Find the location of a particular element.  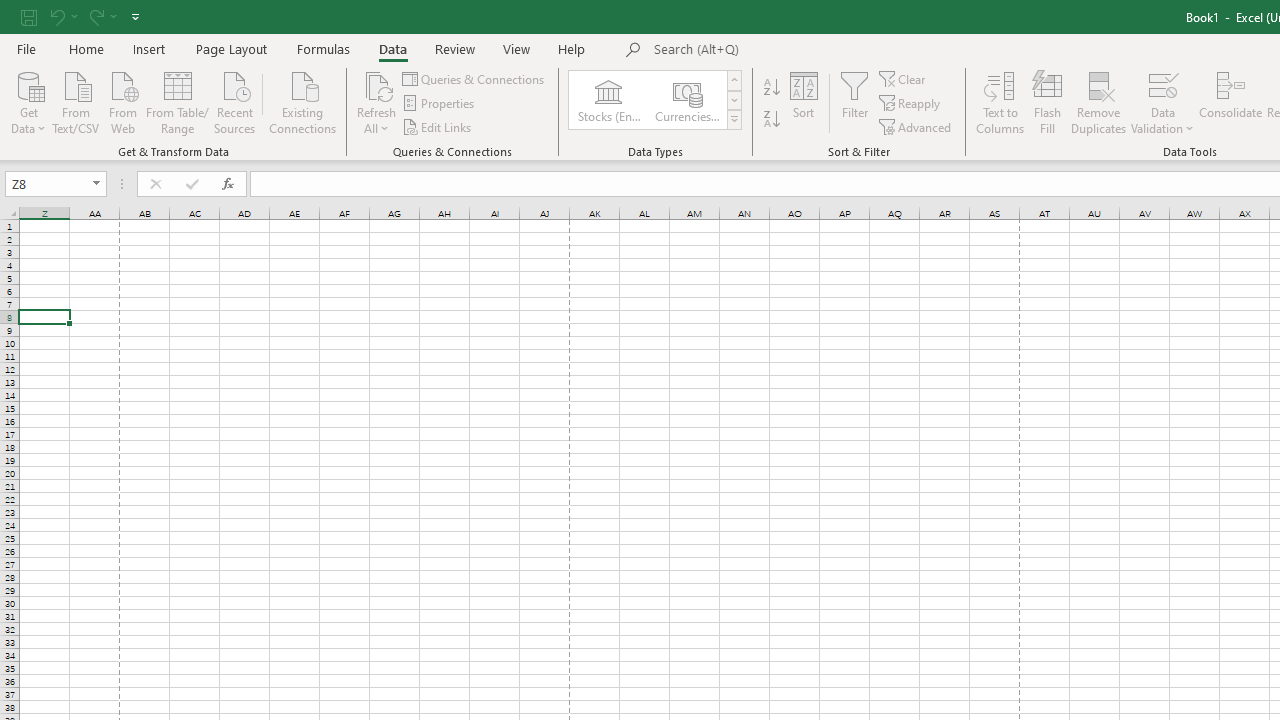

'Get Data' is located at coordinates (28, 101).